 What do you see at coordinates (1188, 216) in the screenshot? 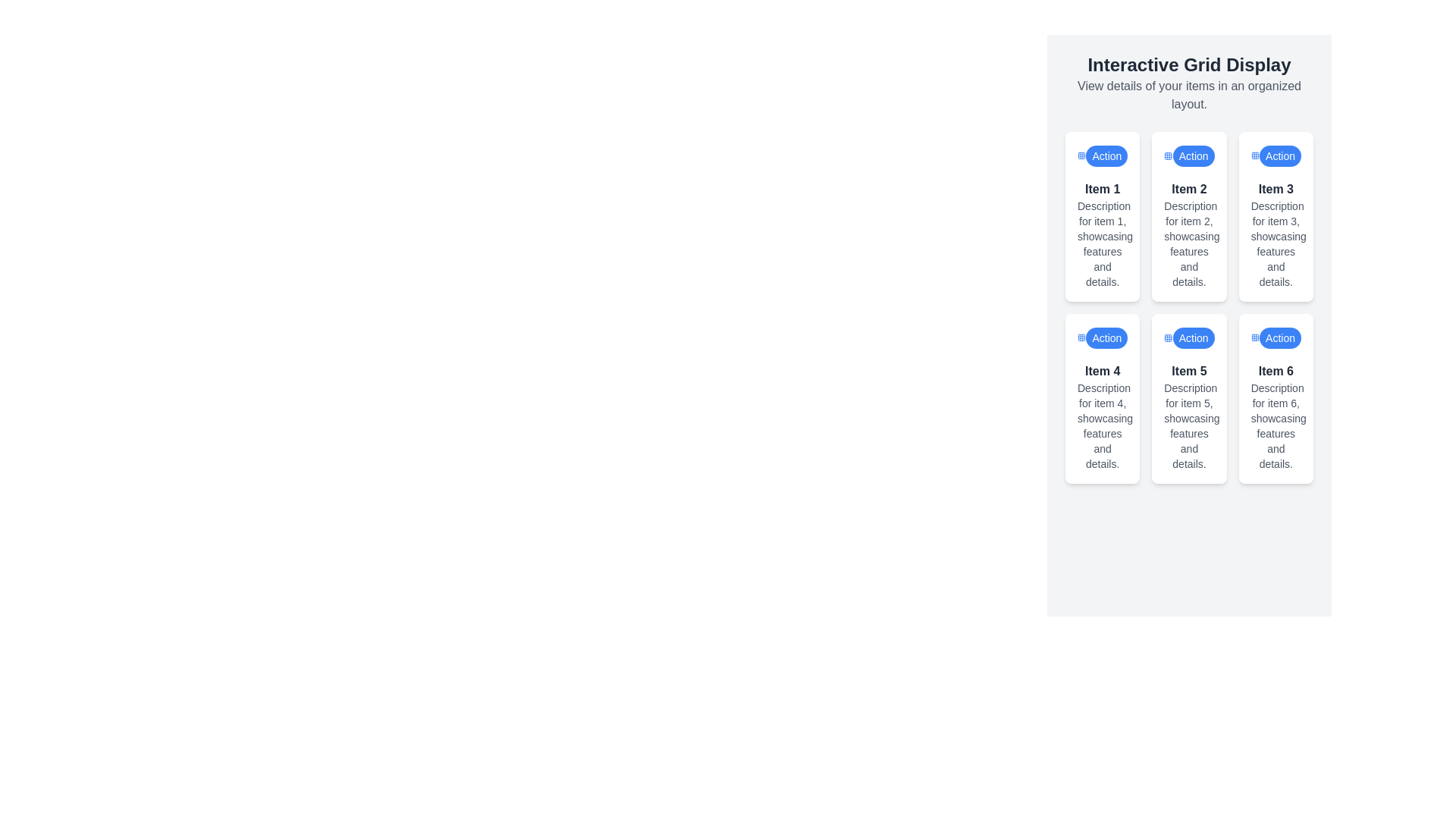
I see `the second card in a 3x2 grid layout, which contains an action button and text content, to trigger the hover effect` at bounding box center [1188, 216].